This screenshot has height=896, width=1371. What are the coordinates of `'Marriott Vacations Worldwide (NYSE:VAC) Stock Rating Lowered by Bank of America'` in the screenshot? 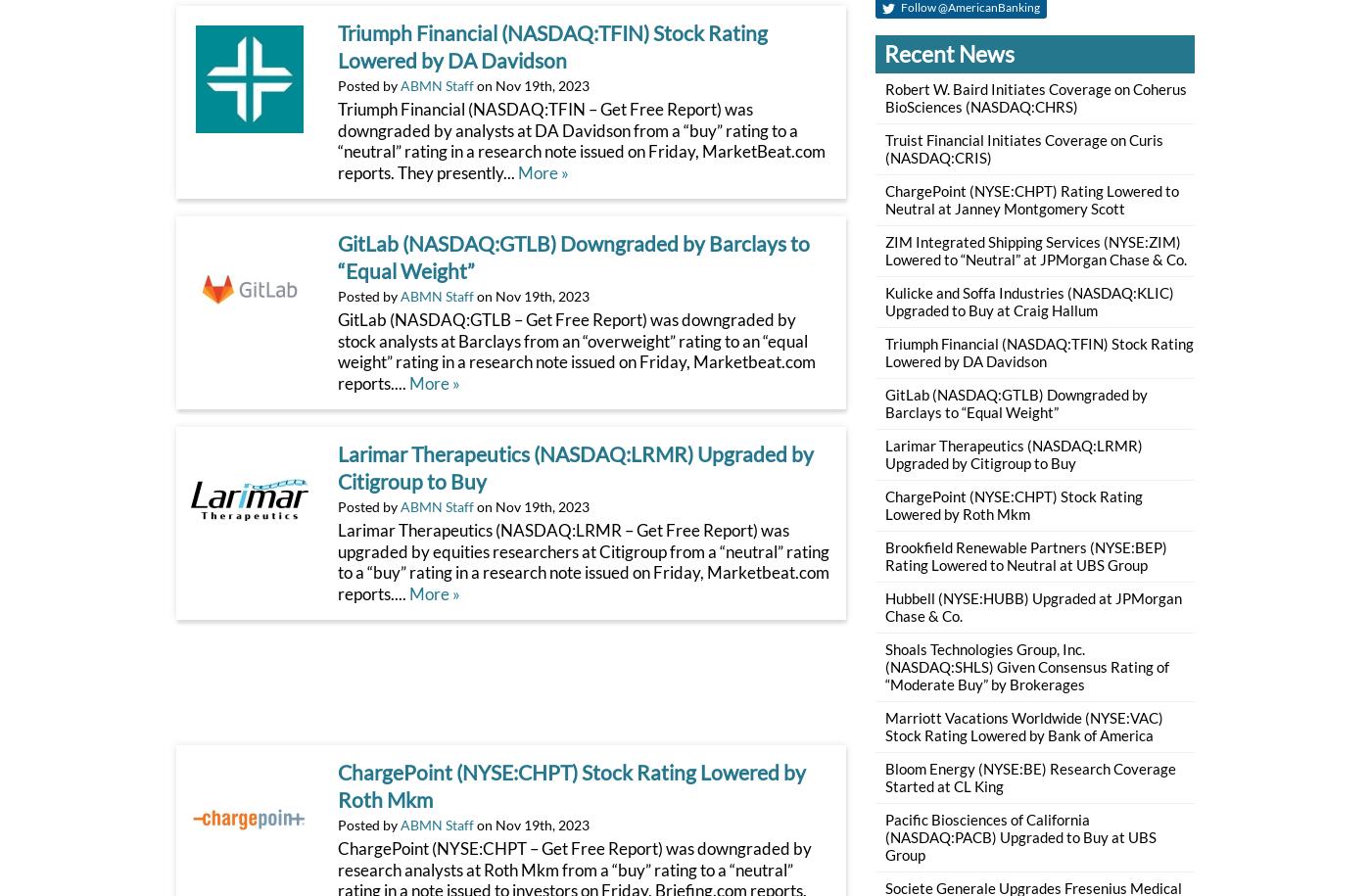 It's located at (1022, 726).